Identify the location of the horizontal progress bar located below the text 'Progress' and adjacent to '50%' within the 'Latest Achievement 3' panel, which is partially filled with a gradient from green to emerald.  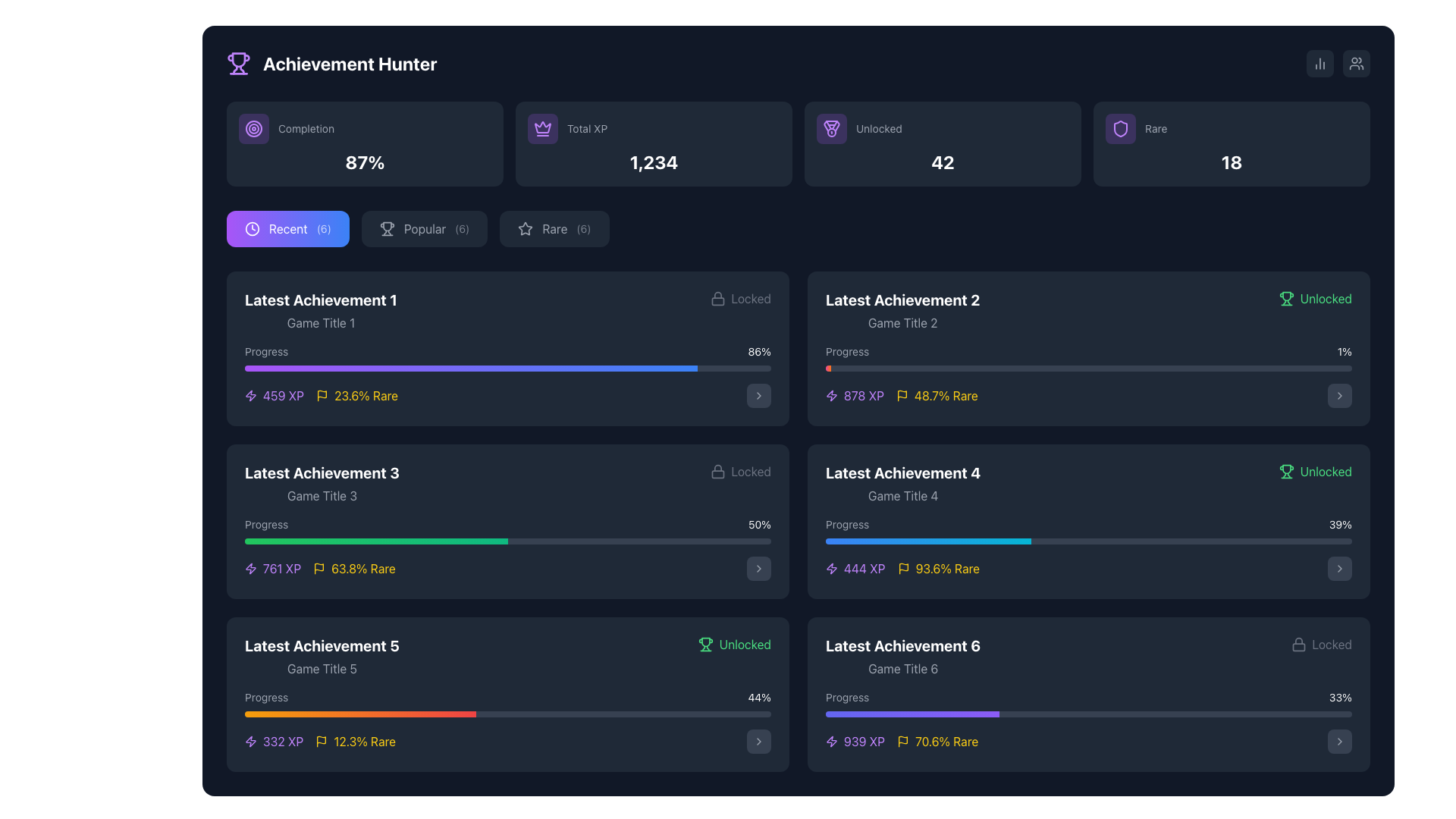
(508, 540).